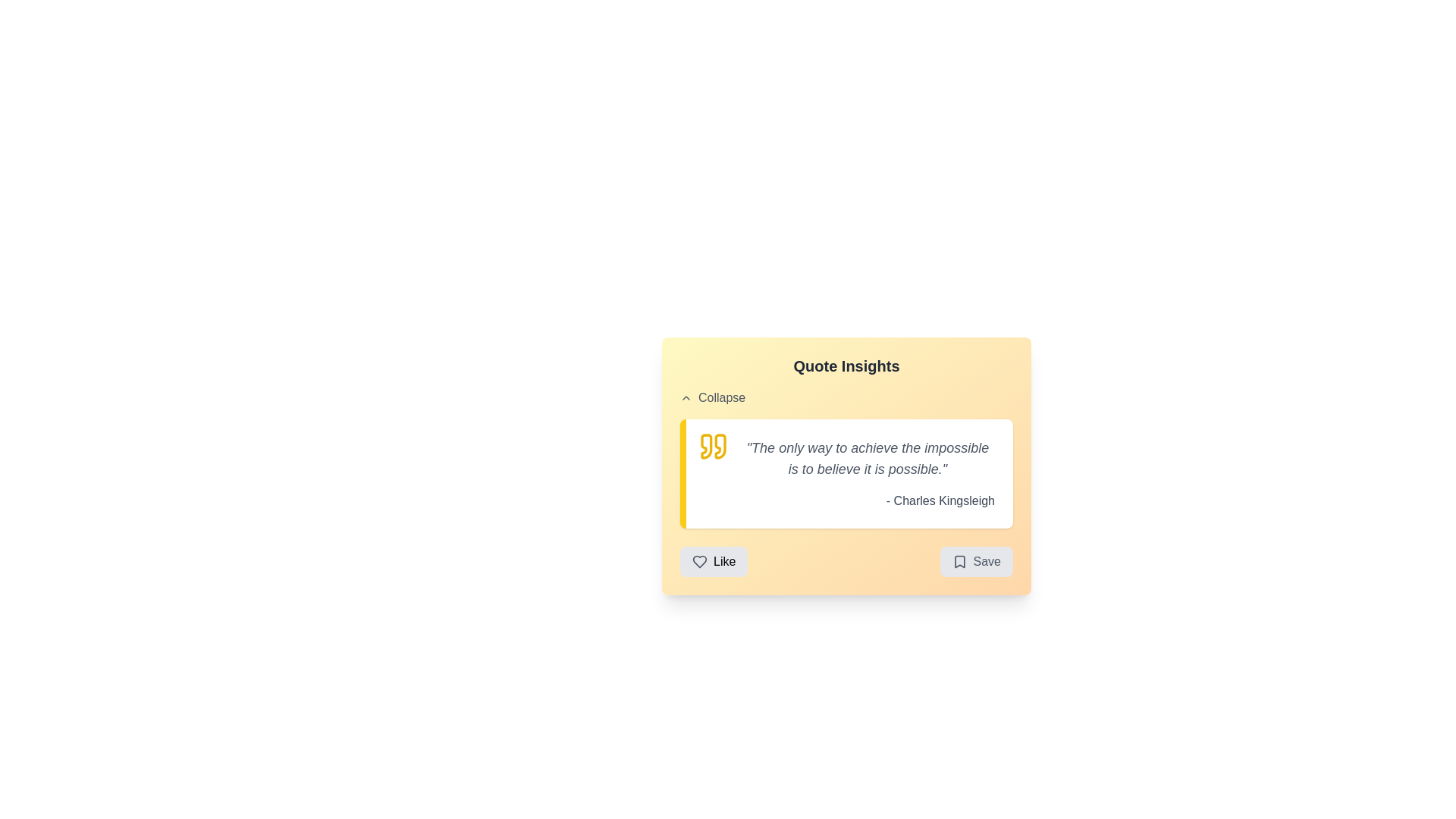  I want to click on the heart-shaped icon inside the 'Like' button, so click(698, 561).